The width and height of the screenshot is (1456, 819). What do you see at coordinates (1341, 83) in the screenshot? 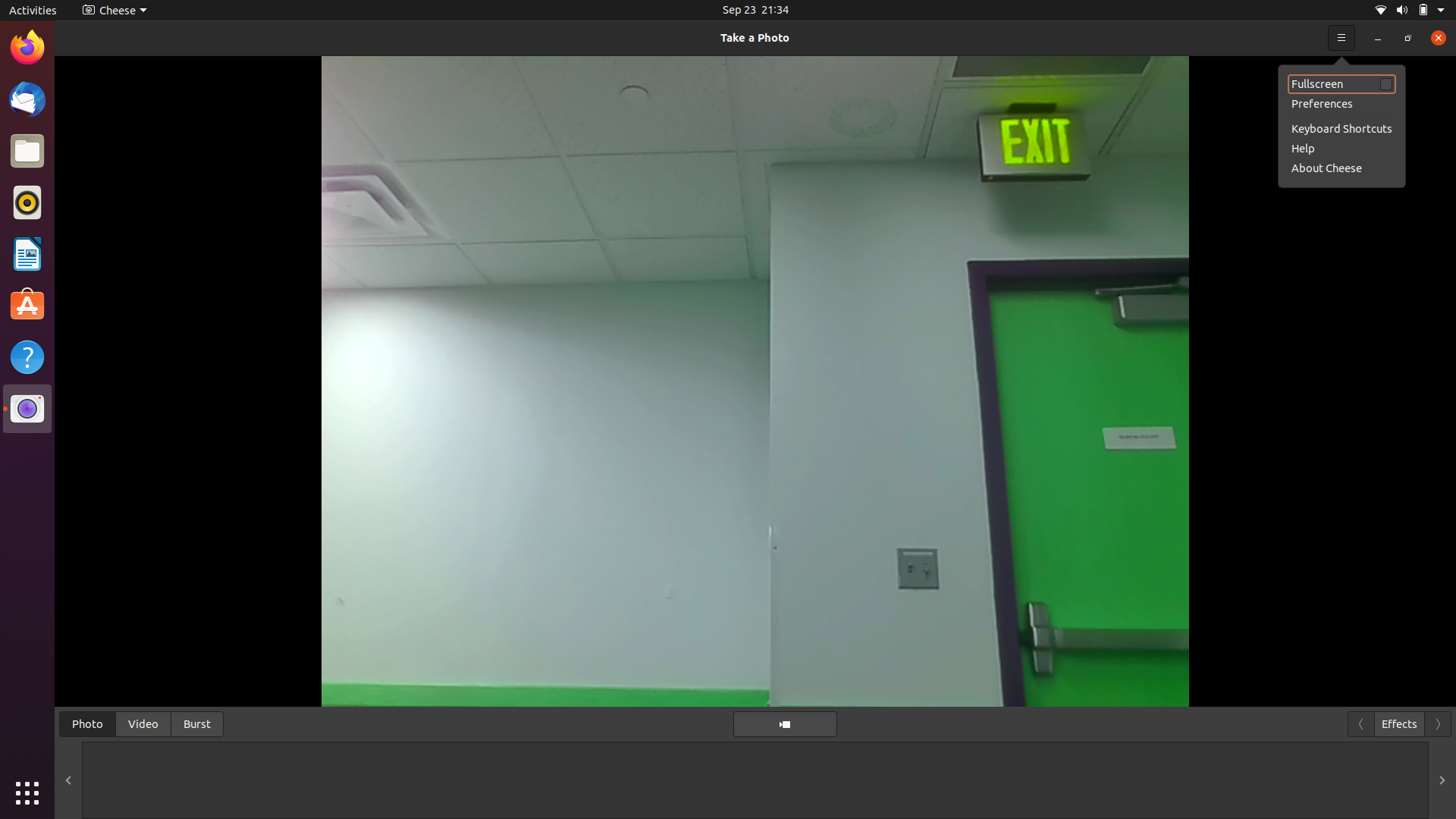
I see `Expand to fill the entire screen` at bounding box center [1341, 83].